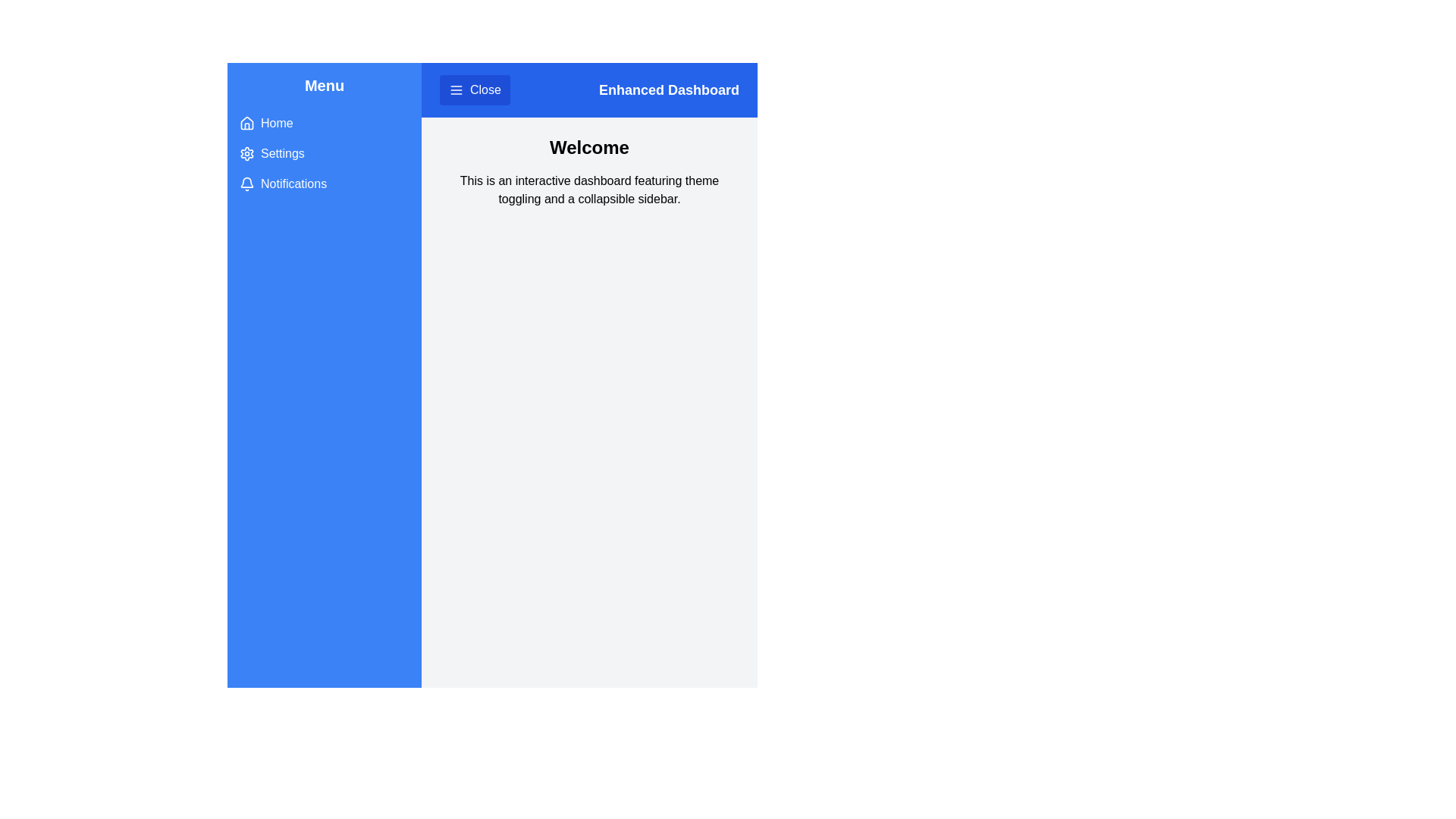 This screenshot has width=1456, height=819. Describe the element at coordinates (247, 154) in the screenshot. I see `the Gear/Settings icon located to the left of the 'Settings' text in the sidebar menu` at that location.